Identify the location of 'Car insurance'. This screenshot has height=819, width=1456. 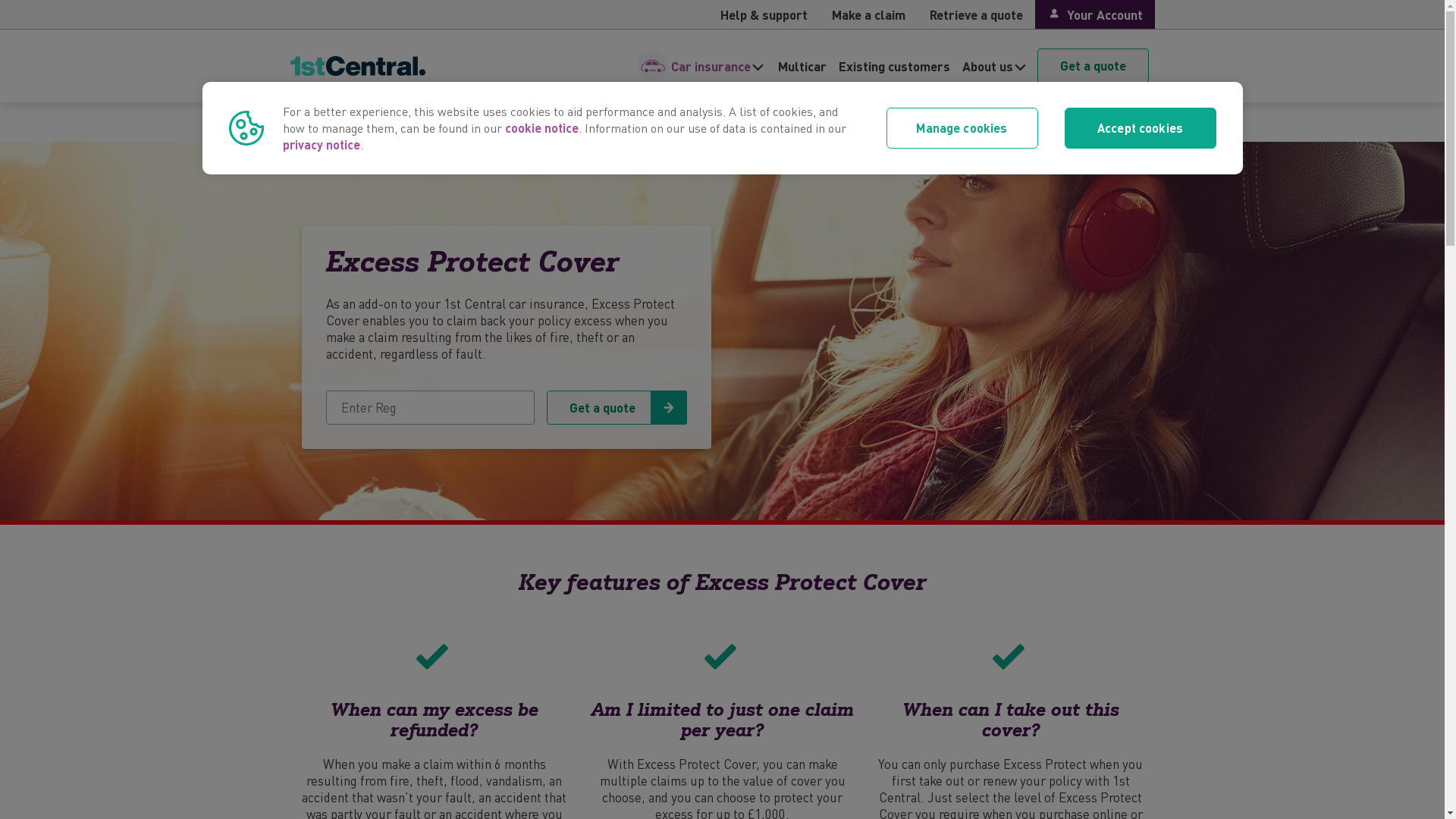
(709, 65).